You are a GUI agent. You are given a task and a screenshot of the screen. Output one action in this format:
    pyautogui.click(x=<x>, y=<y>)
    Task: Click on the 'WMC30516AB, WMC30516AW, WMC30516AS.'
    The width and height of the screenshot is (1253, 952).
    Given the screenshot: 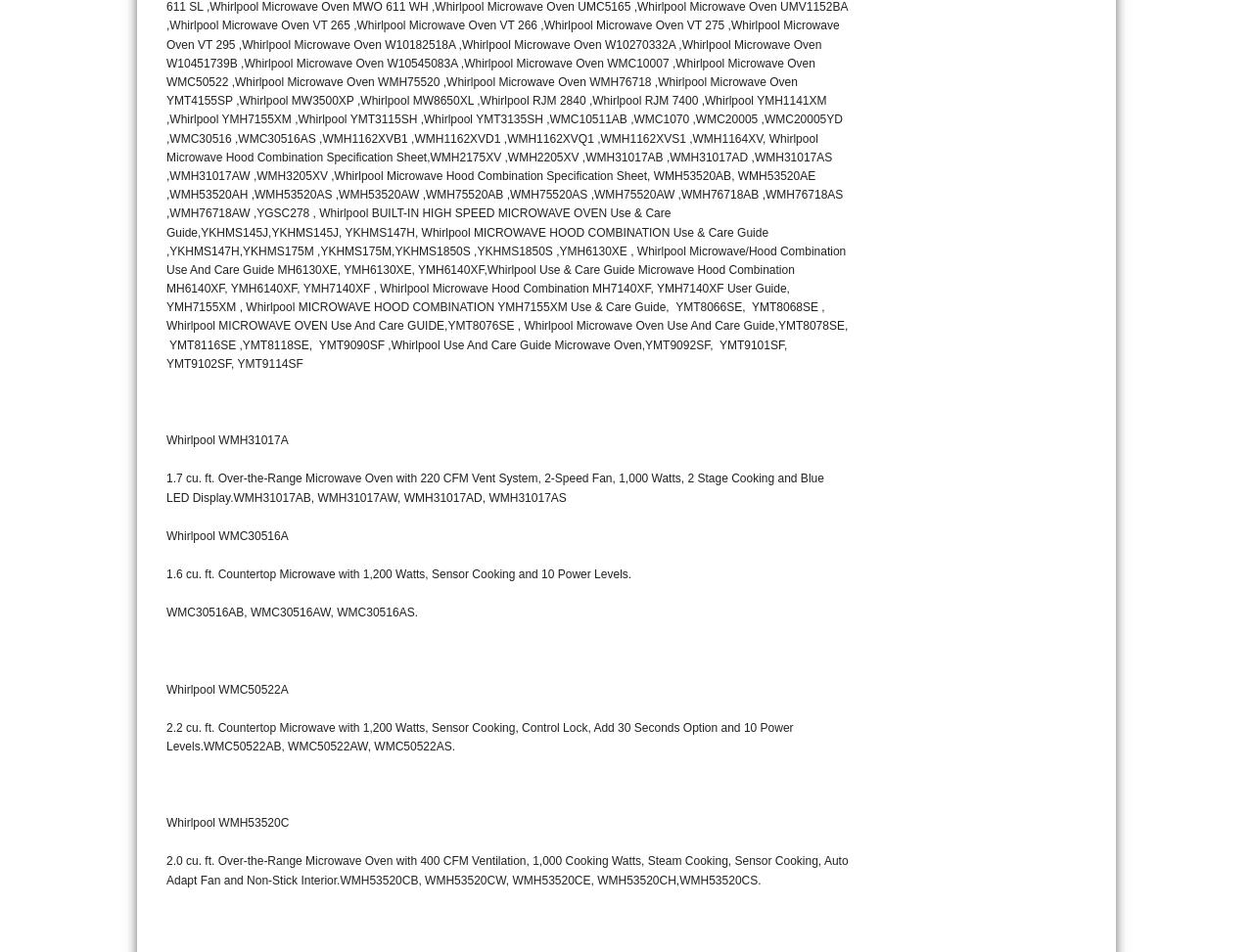 What is the action you would take?
    pyautogui.click(x=290, y=612)
    